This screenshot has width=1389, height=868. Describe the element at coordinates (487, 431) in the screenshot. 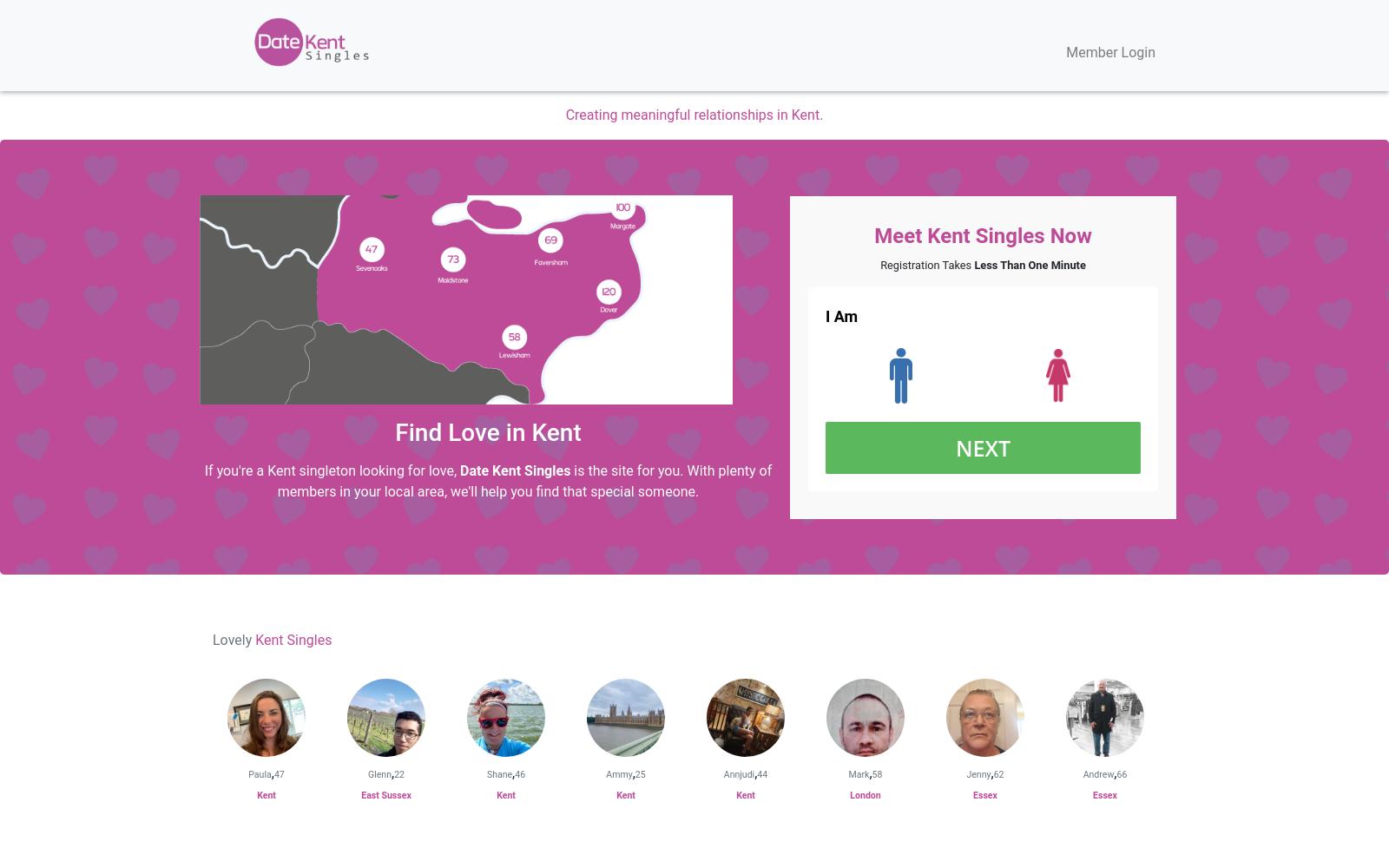

I see `'Find Love in Kent'` at that location.